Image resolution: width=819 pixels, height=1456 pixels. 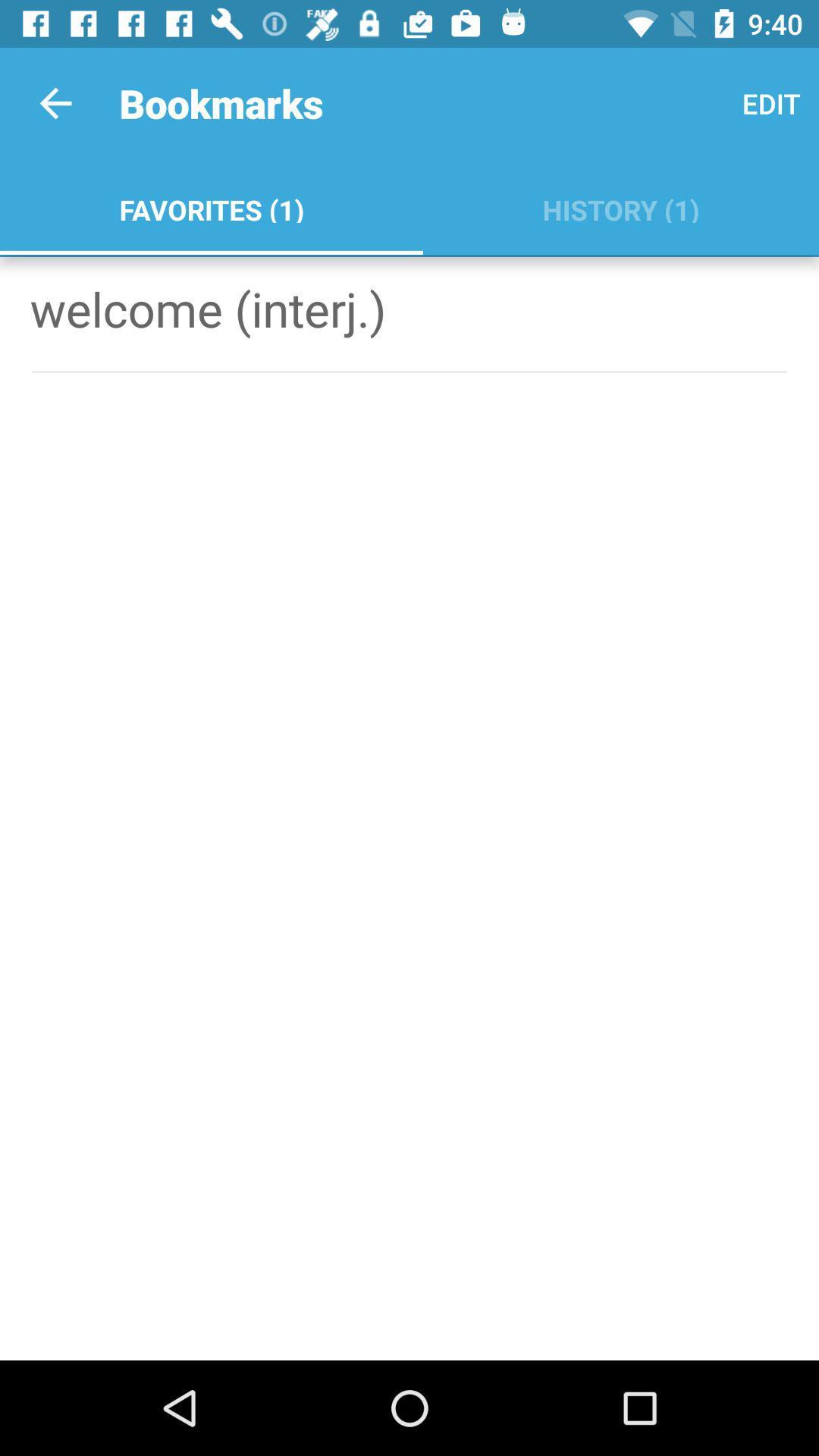 I want to click on the icon next to the bookmarks item, so click(x=55, y=102).